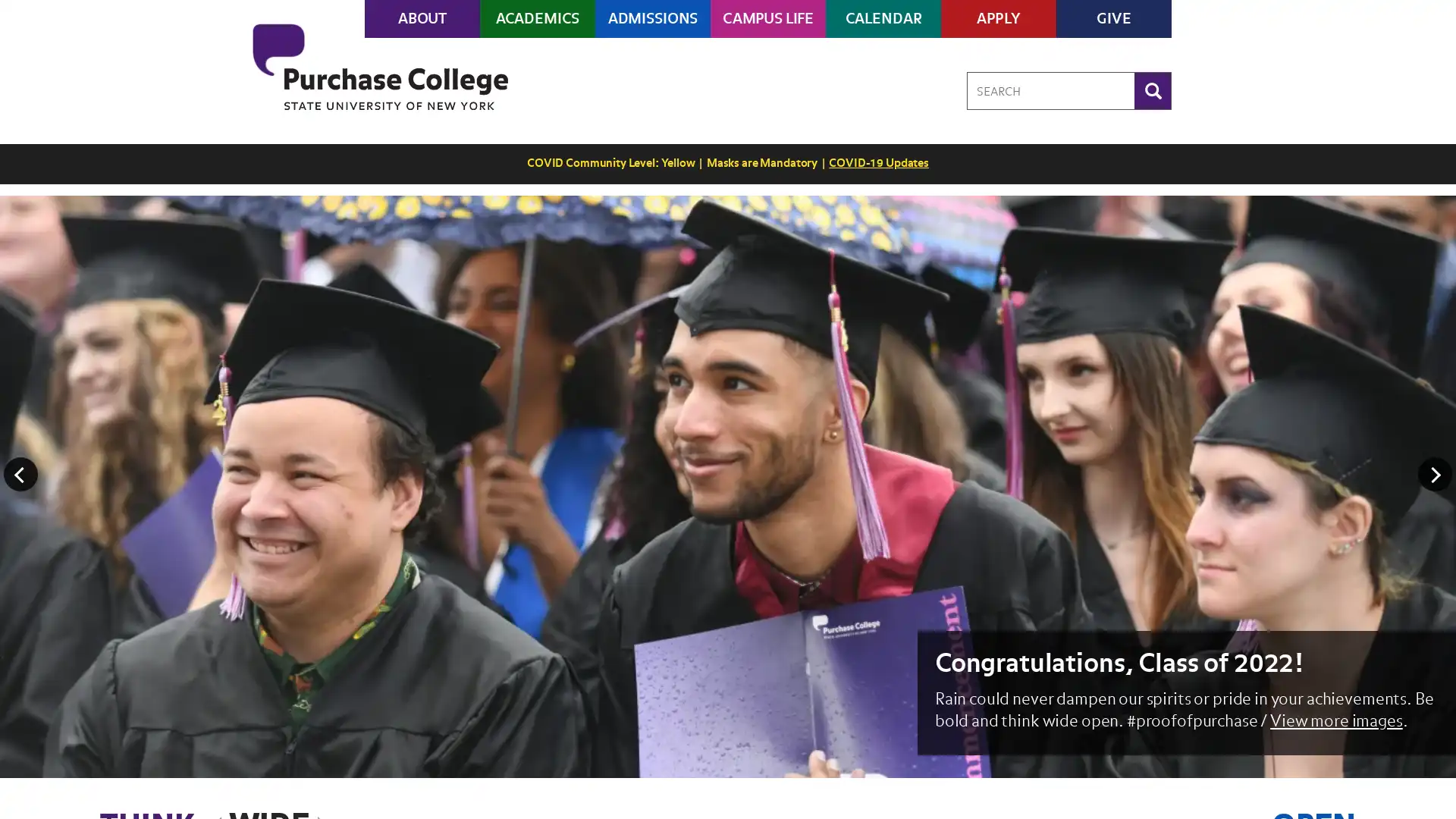  Describe the element at coordinates (1434, 473) in the screenshot. I see `Next Image` at that location.